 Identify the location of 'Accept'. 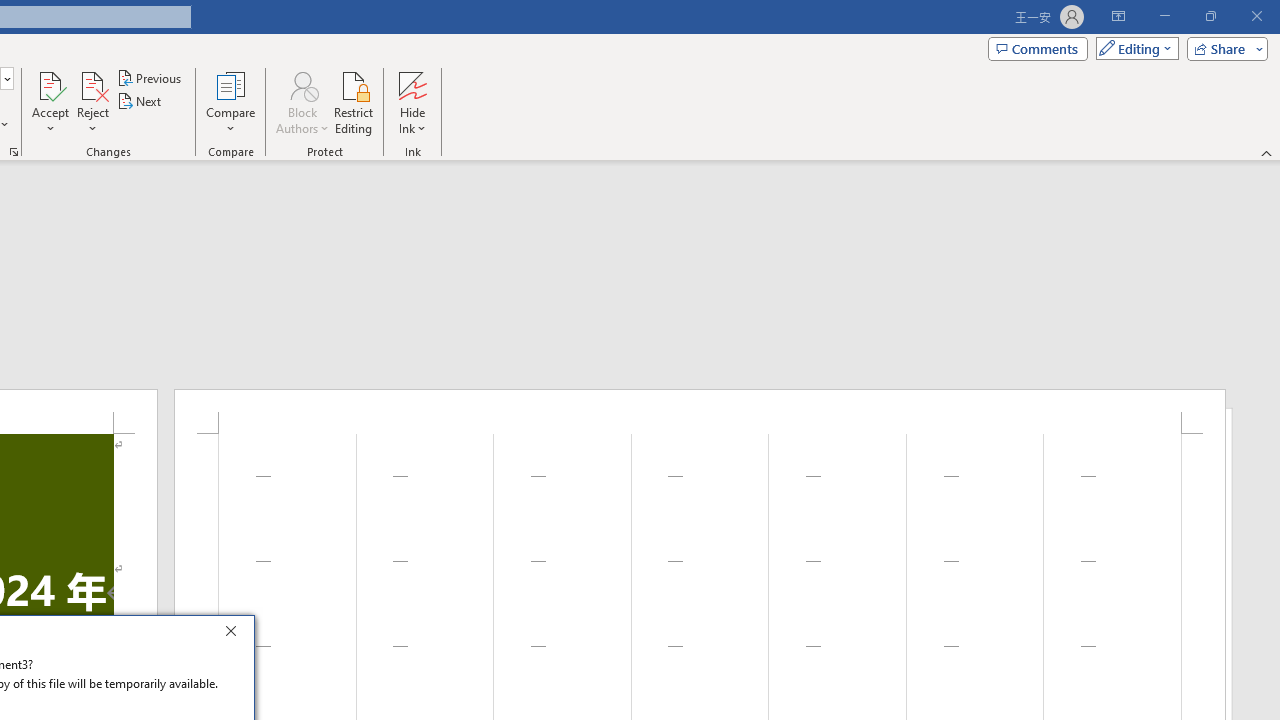
(50, 103).